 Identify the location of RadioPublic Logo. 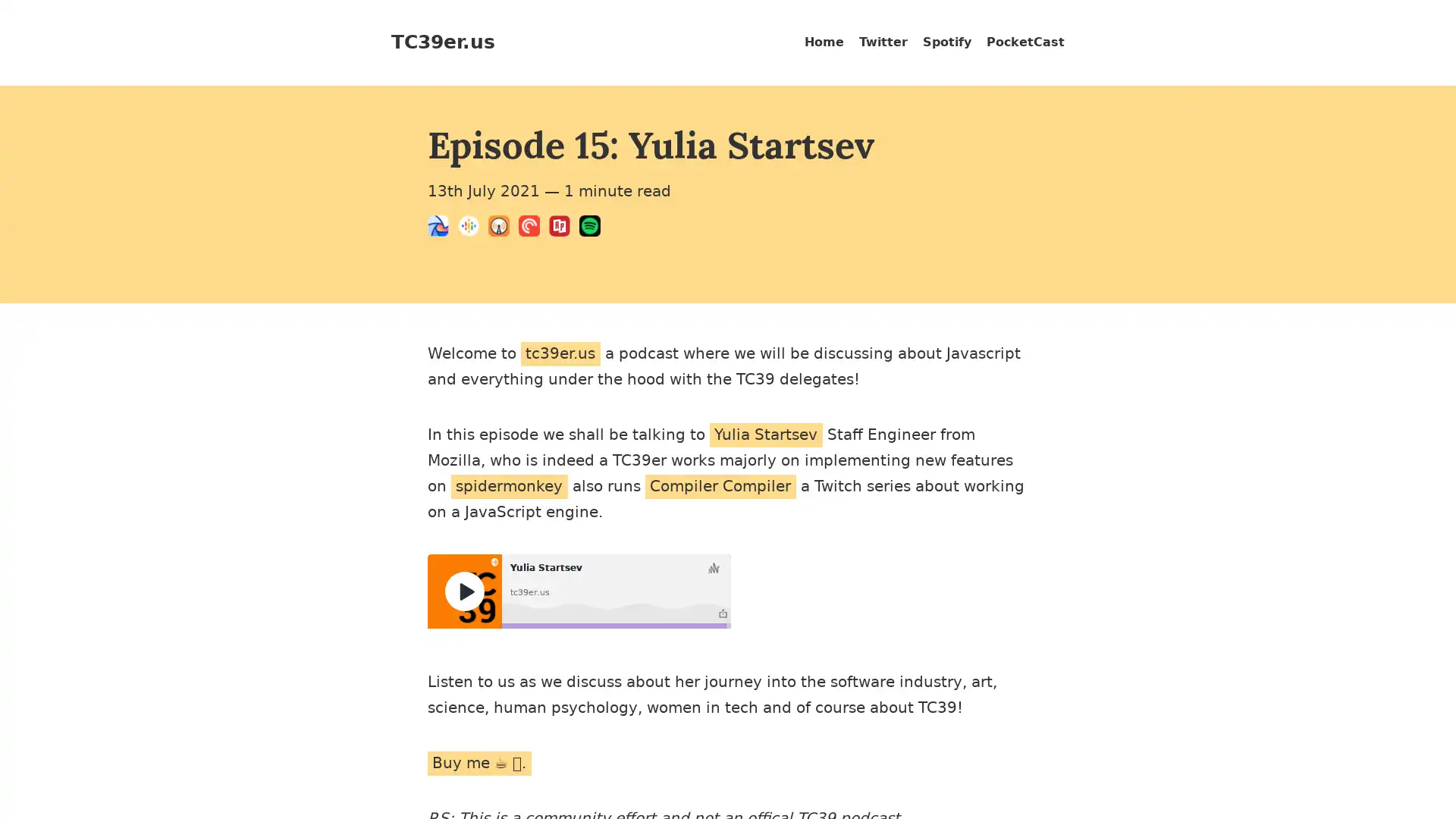
(563, 228).